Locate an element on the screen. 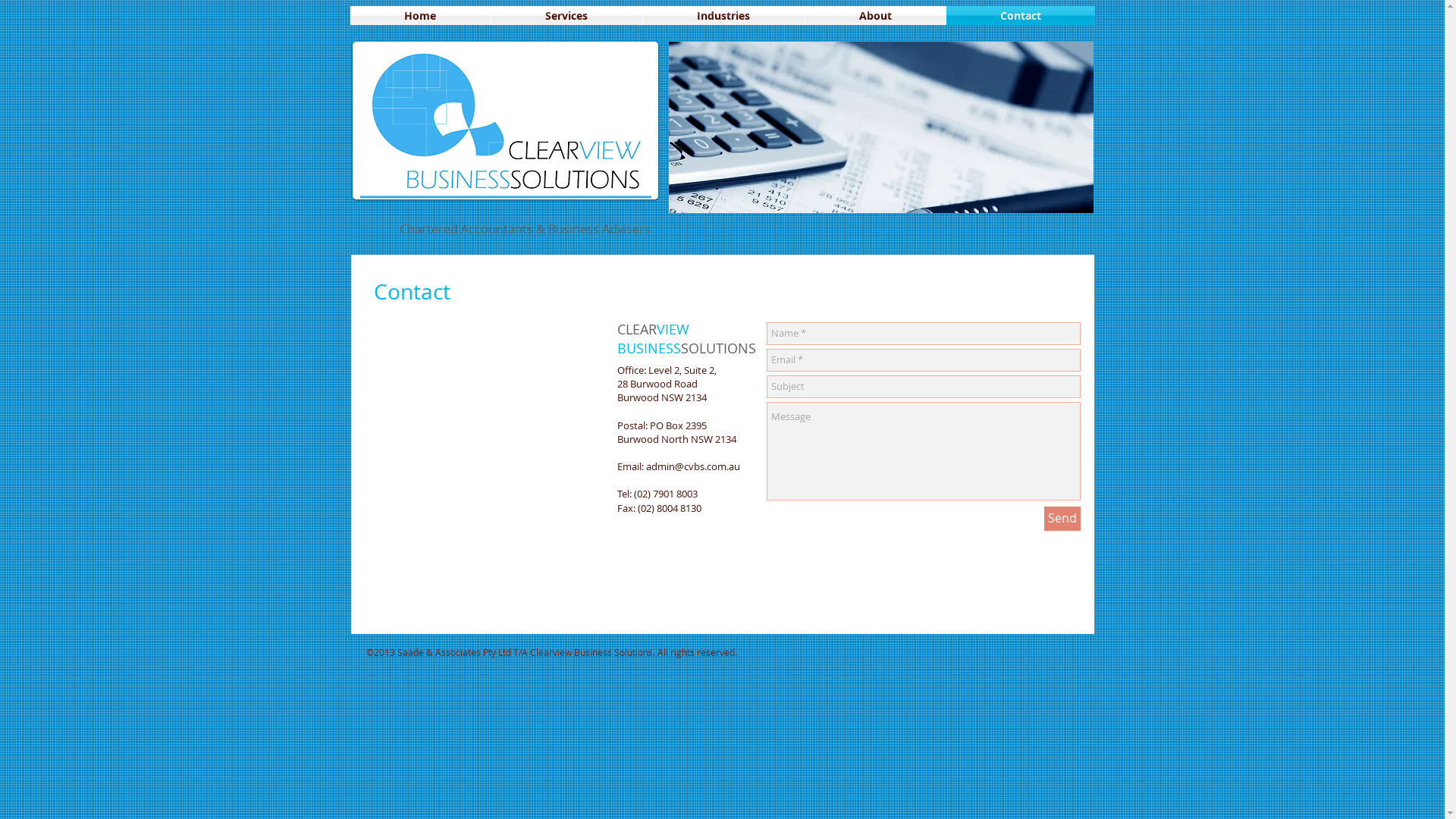 The image size is (1456, 819). 'Industries' is located at coordinates (723, 15).